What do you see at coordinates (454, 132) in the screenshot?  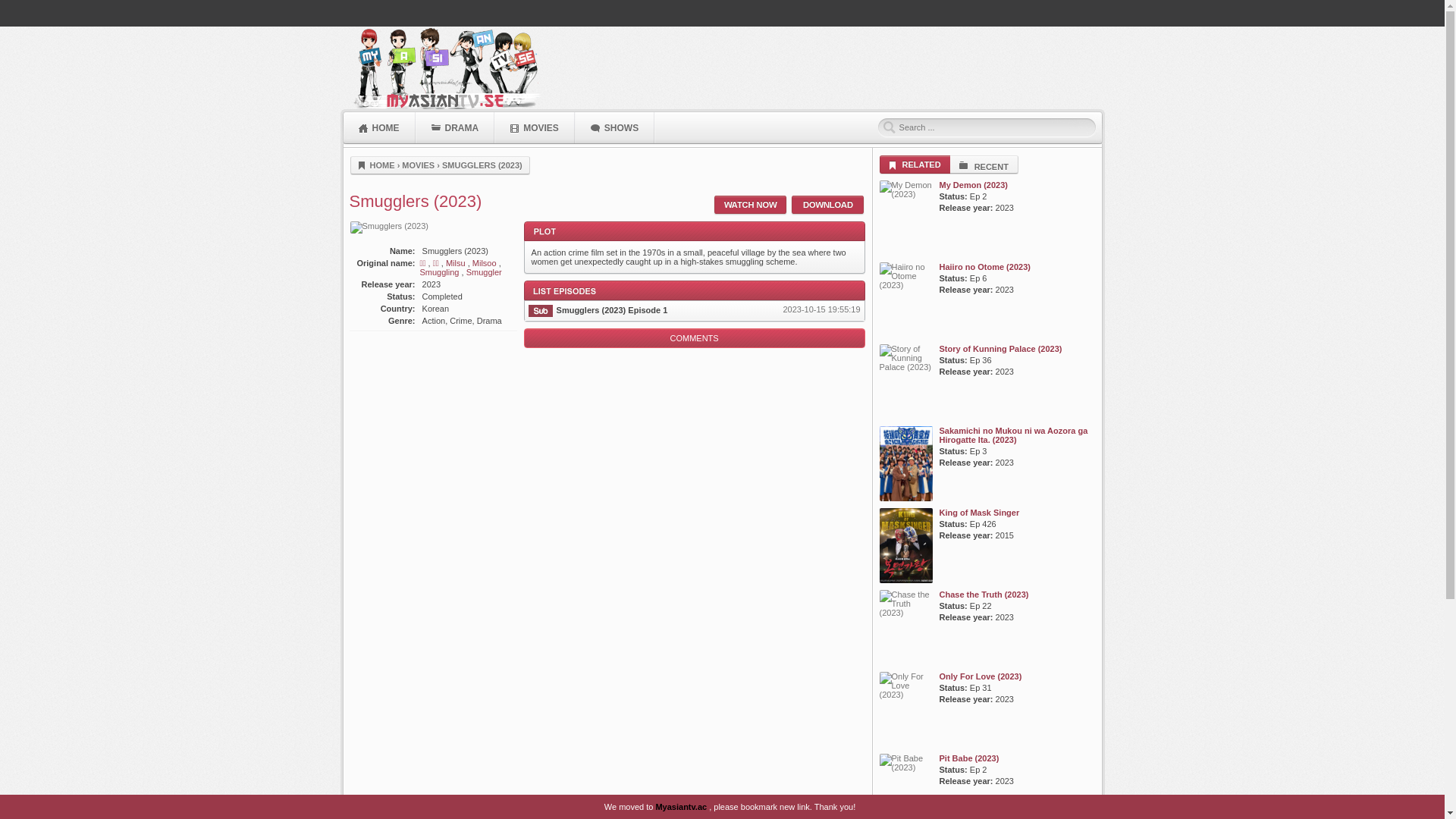 I see `'DRAMA'` at bounding box center [454, 132].